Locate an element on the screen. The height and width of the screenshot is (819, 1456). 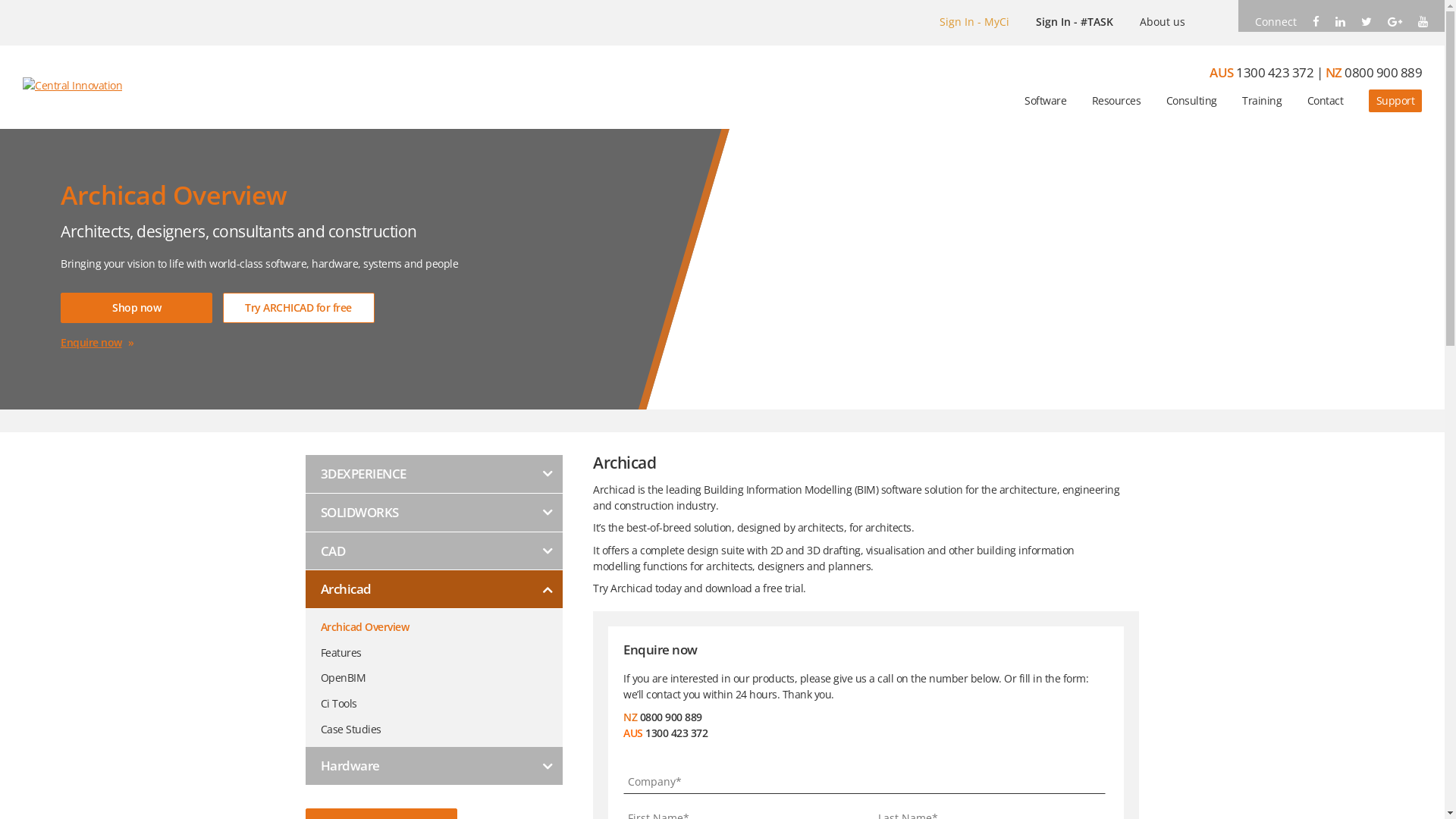
'Consulting' is located at coordinates (1191, 100).